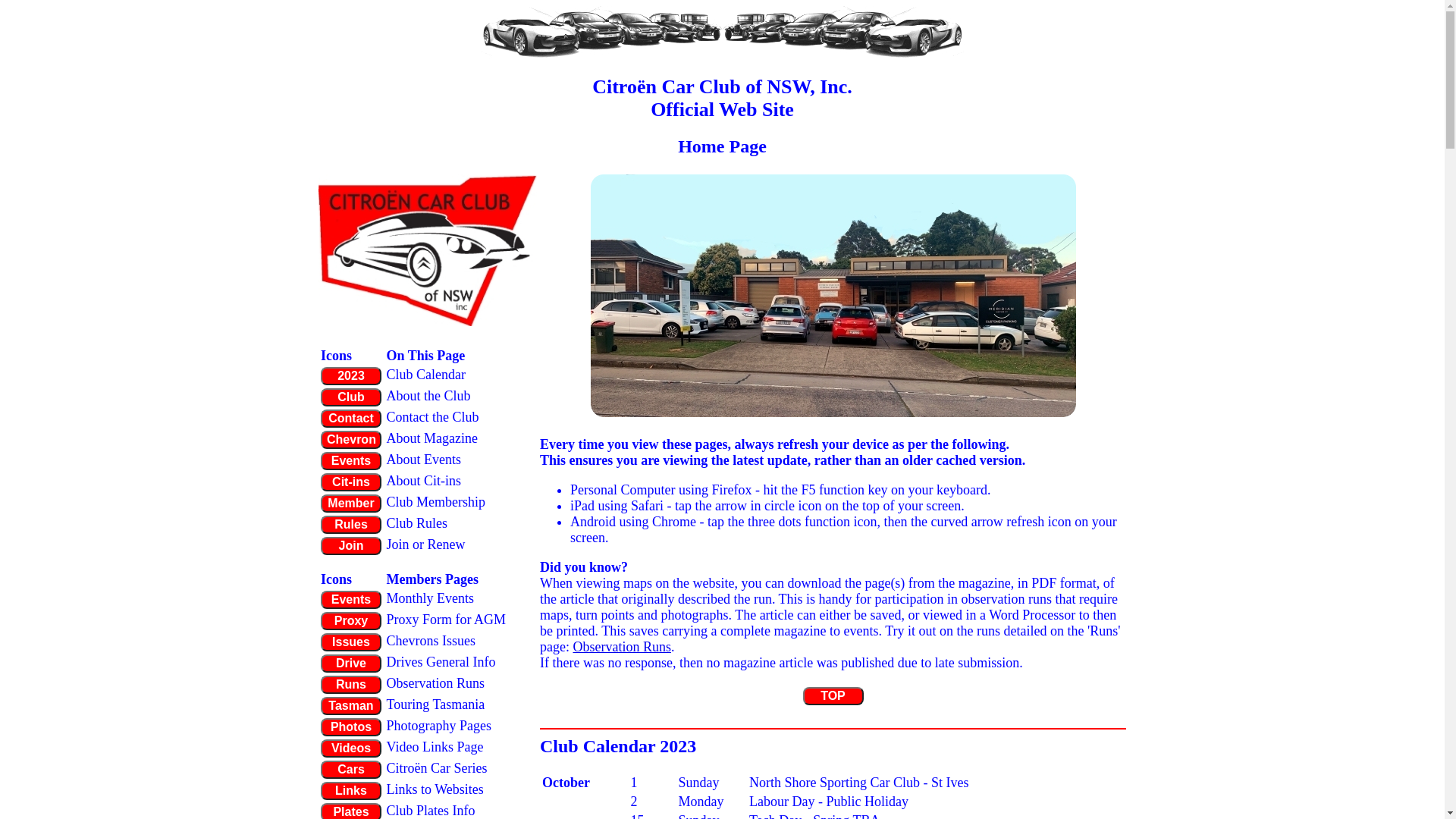  I want to click on 'Member', so click(319, 503).